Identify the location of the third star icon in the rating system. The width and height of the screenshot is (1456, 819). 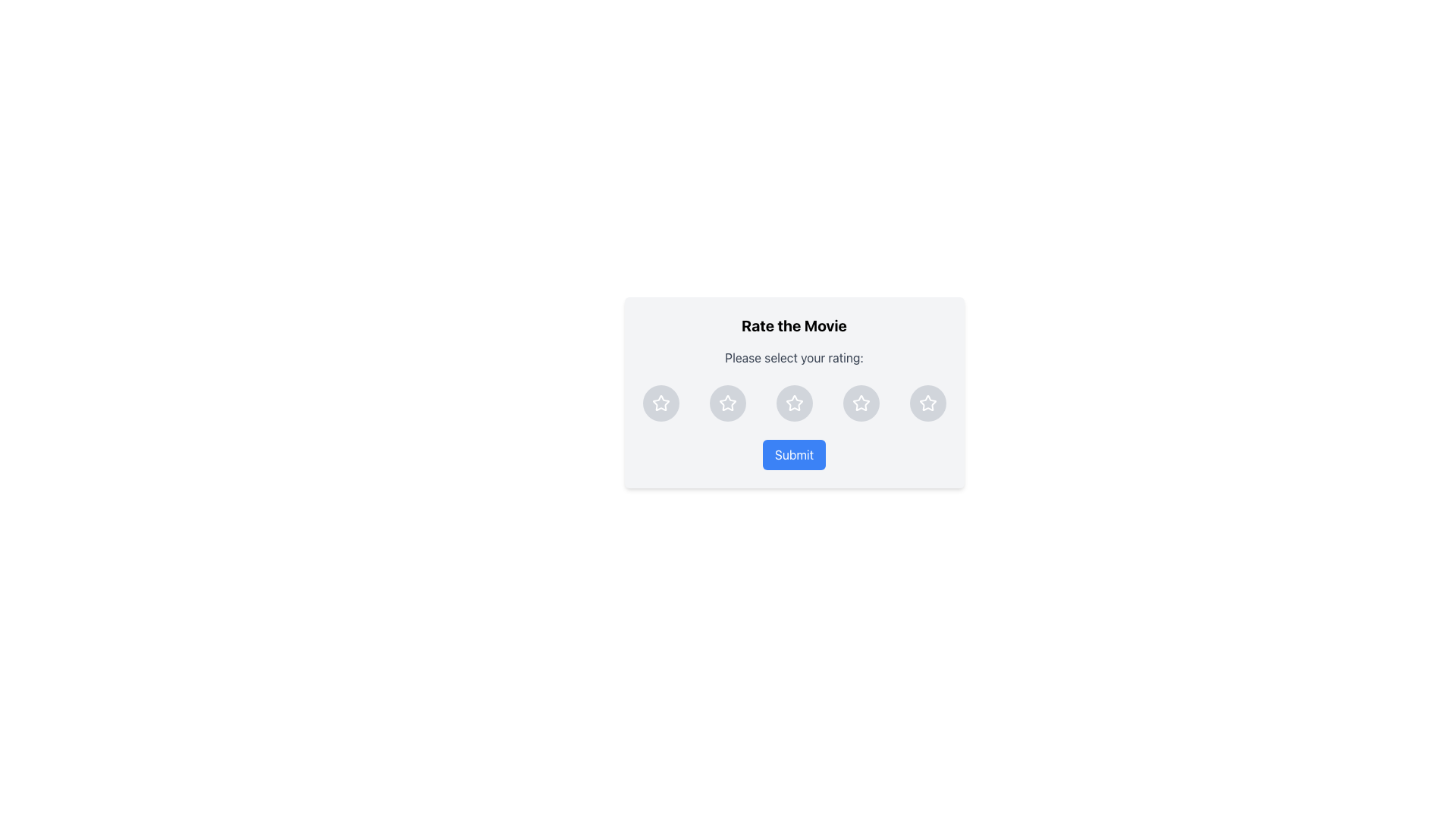
(793, 402).